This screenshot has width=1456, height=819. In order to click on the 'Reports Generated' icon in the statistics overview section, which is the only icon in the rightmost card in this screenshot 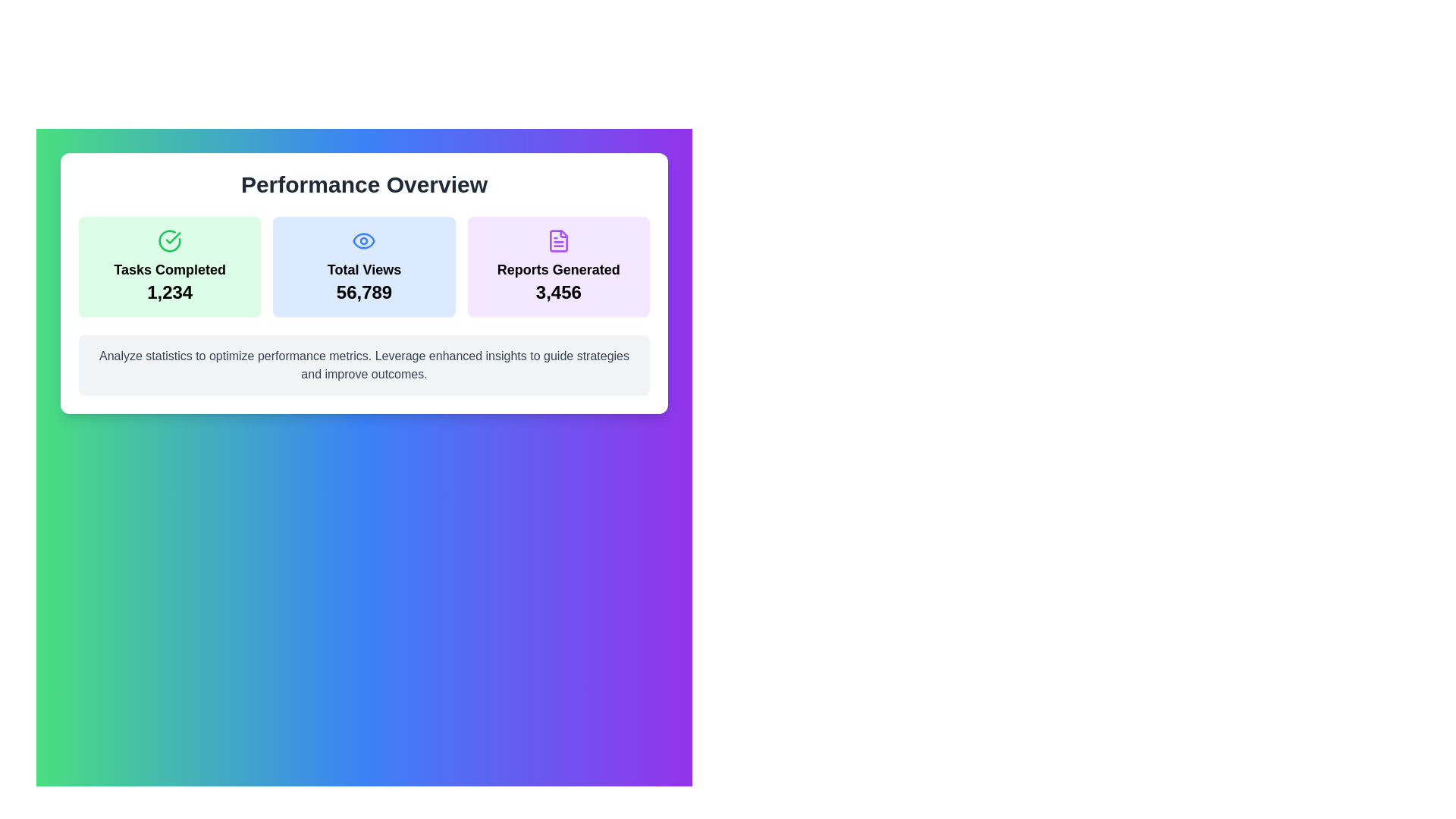, I will do `click(557, 240)`.